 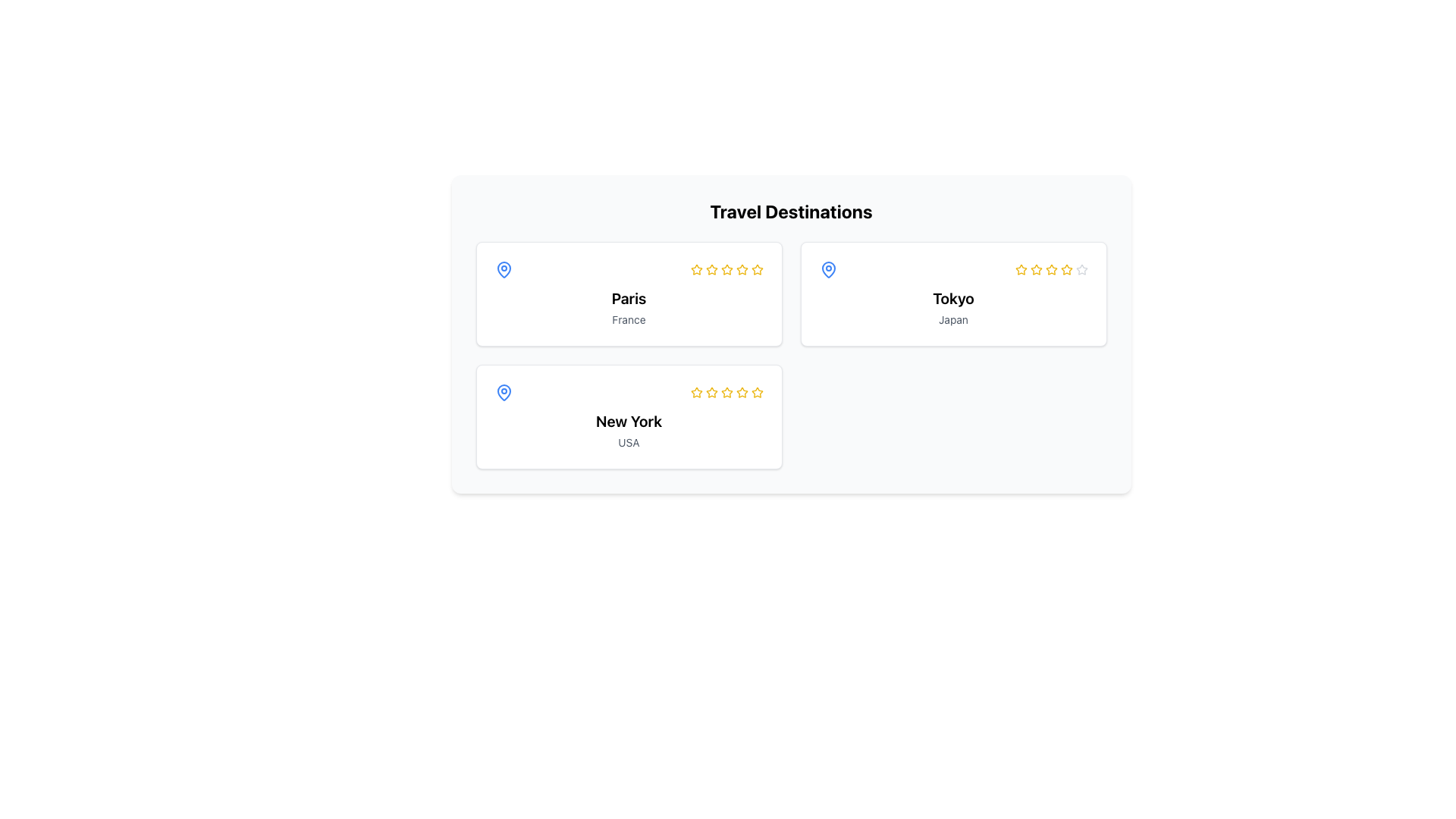 What do you see at coordinates (1021, 268) in the screenshot?
I see `the second star icon in the 5-star rating system next to the 'Tokyo' card to alter its rating` at bounding box center [1021, 268].